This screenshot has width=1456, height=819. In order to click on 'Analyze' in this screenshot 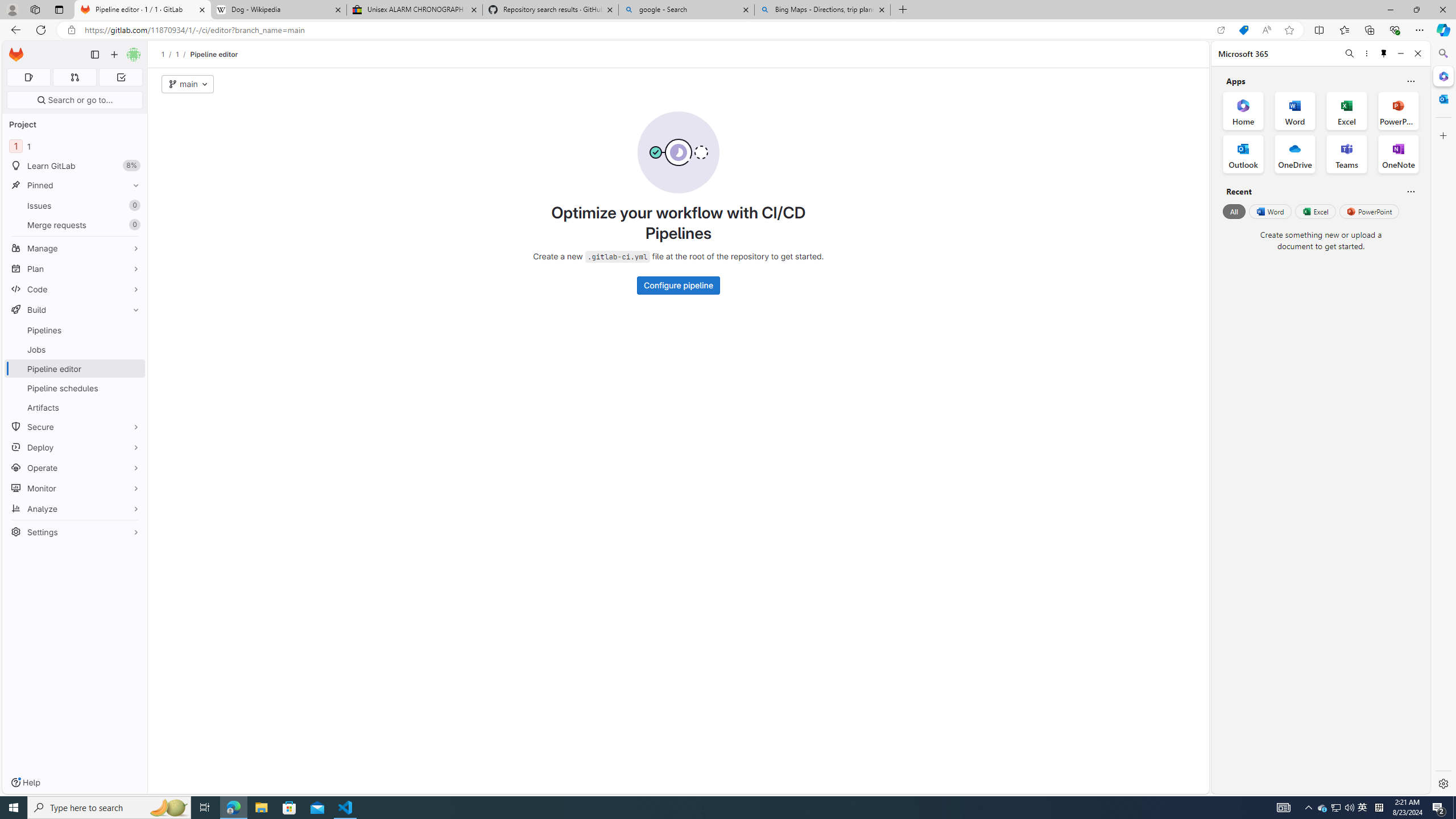, I will do `click(74, 508)`.